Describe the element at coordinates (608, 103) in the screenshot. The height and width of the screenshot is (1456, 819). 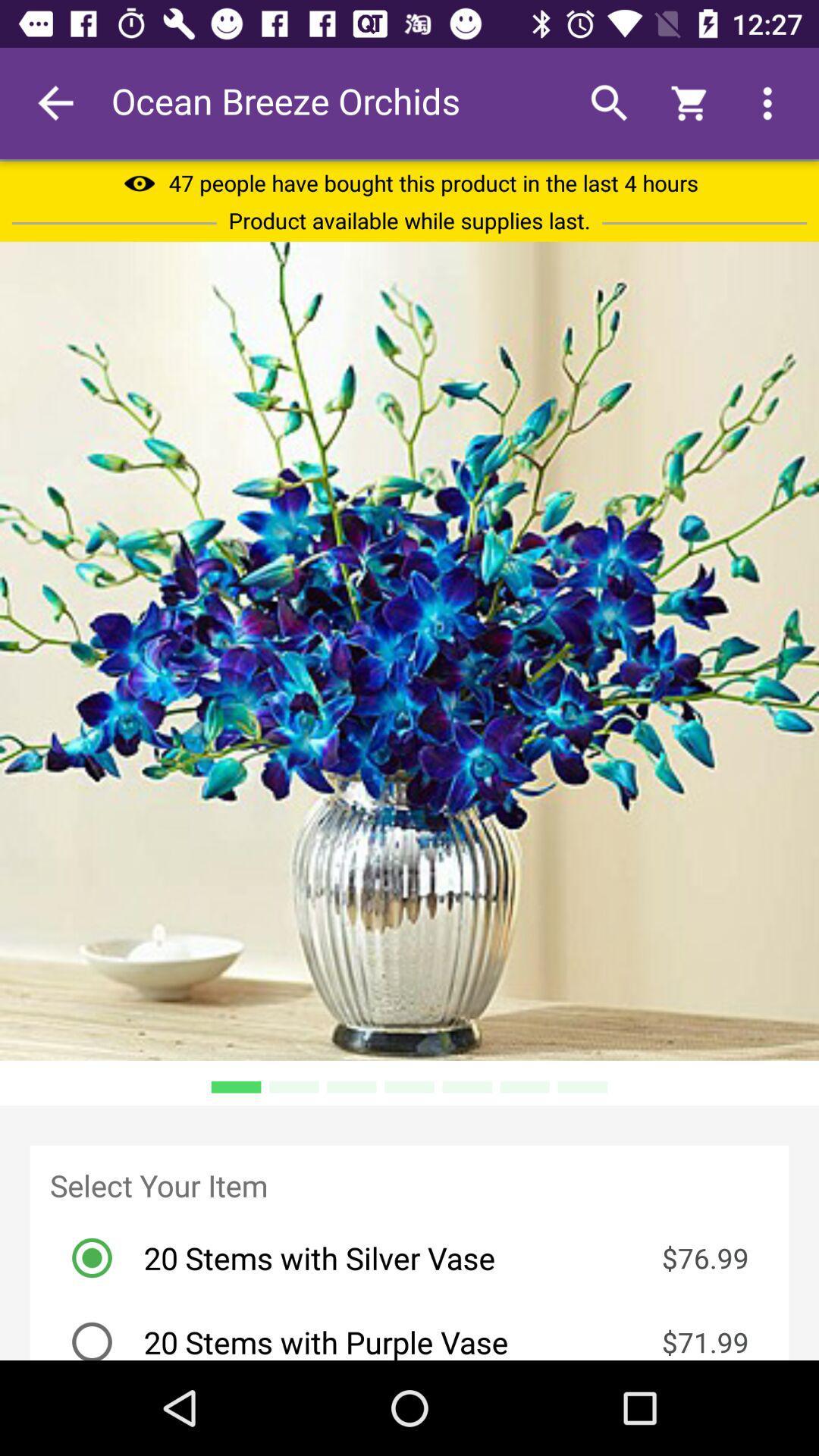
I see `the icon right to the text orchids` at that location.